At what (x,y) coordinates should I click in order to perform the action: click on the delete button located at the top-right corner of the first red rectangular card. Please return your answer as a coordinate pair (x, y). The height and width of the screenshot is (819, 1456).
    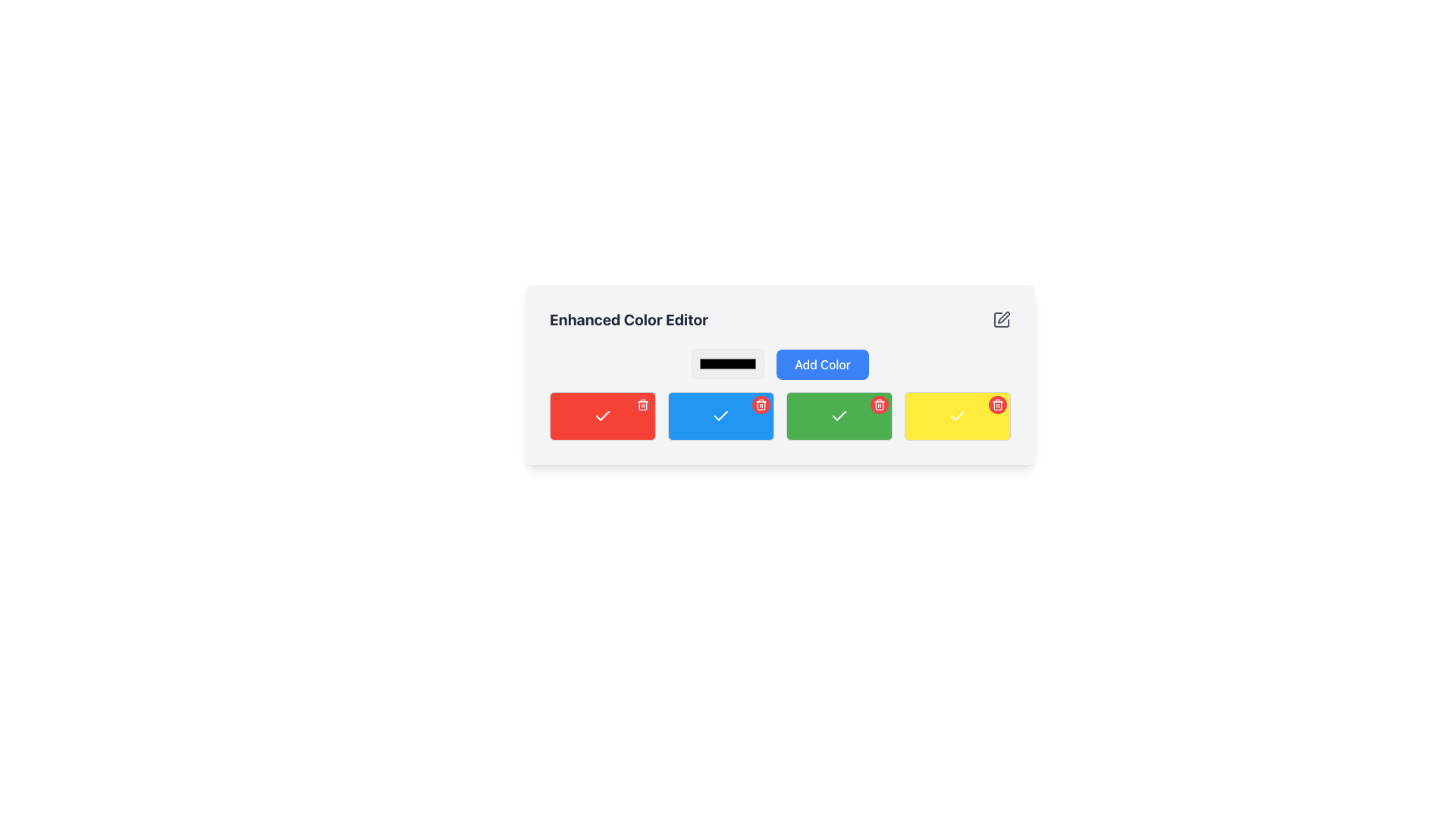
    Looking at the image, I should click on (643, 403).